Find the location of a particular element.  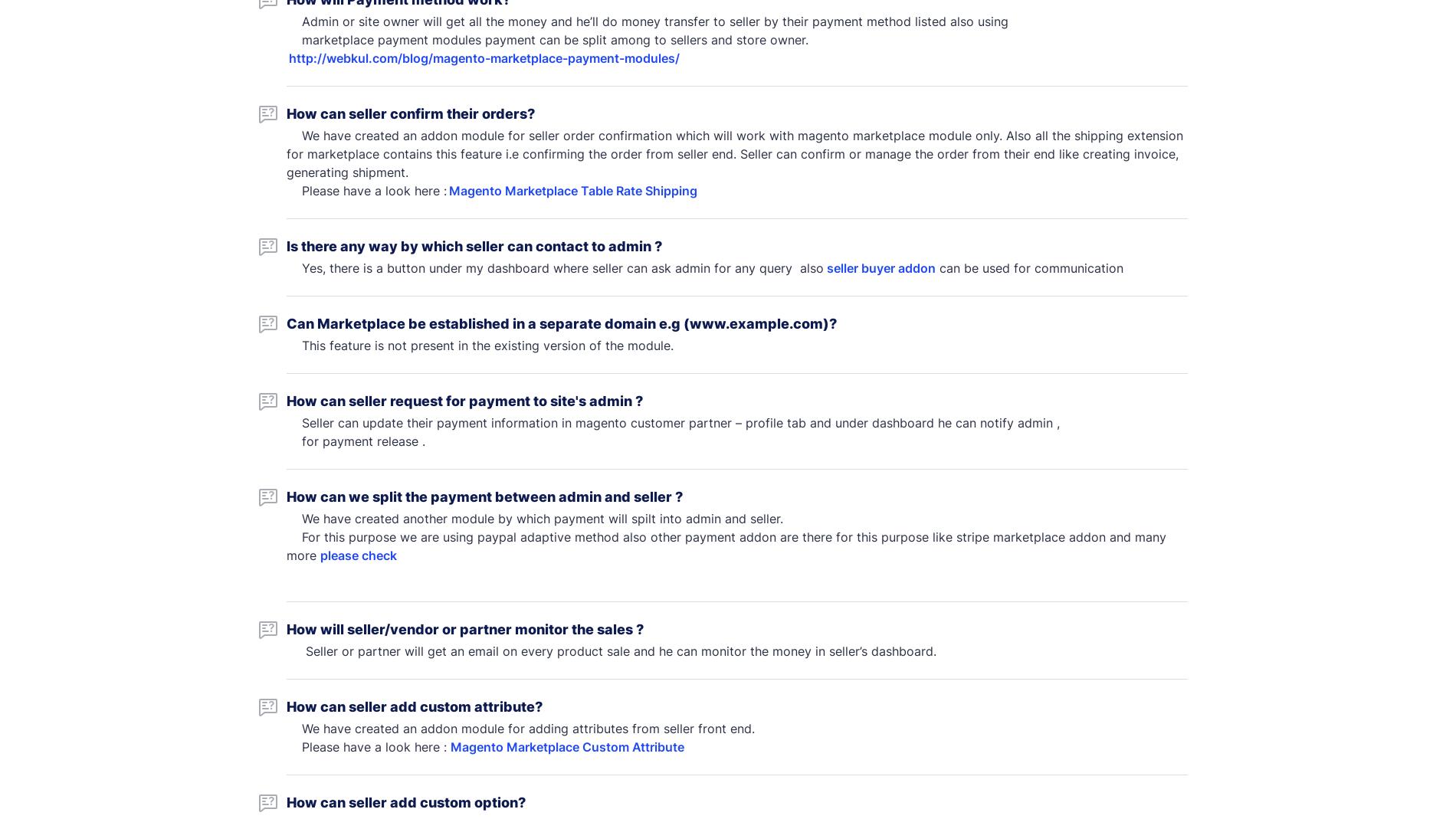

'We have created another module by which payment will spilt into admin and seller.' is located at coordinates (535, 517).